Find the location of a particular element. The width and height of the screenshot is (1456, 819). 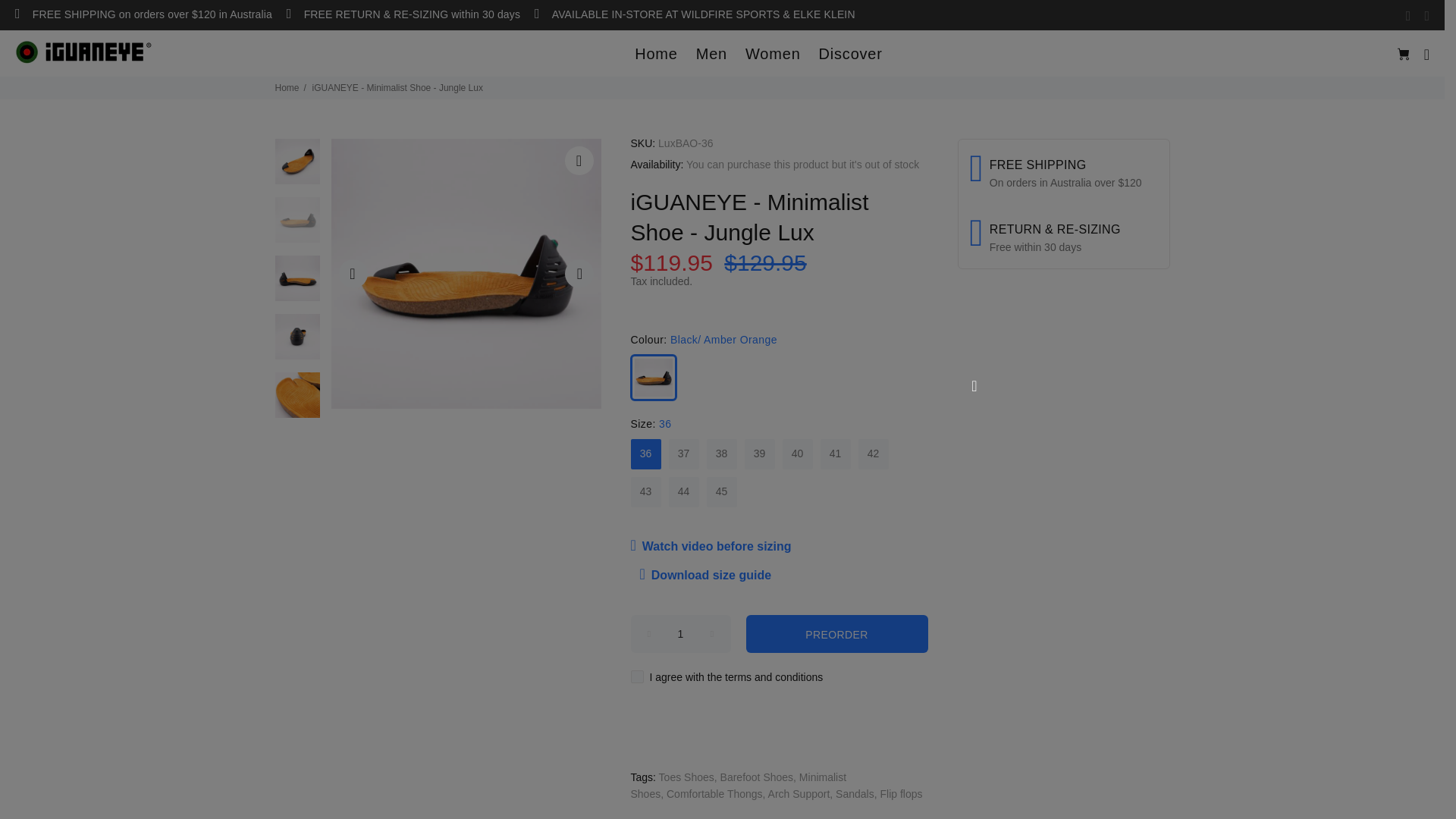

'Men' is located at coordinates (711, 52).